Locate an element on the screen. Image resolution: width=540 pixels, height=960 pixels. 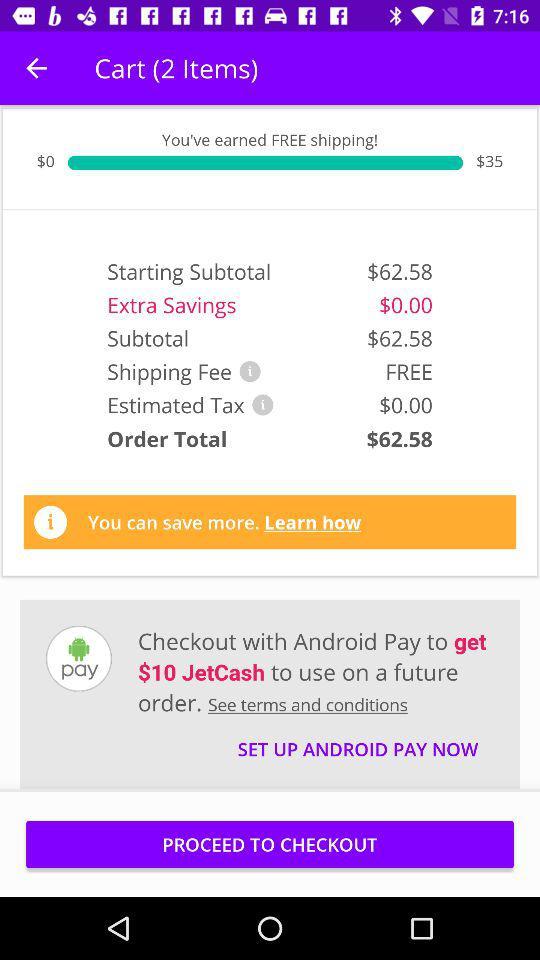
the icon below the checkout with android item is located at coordinates (356, 739).